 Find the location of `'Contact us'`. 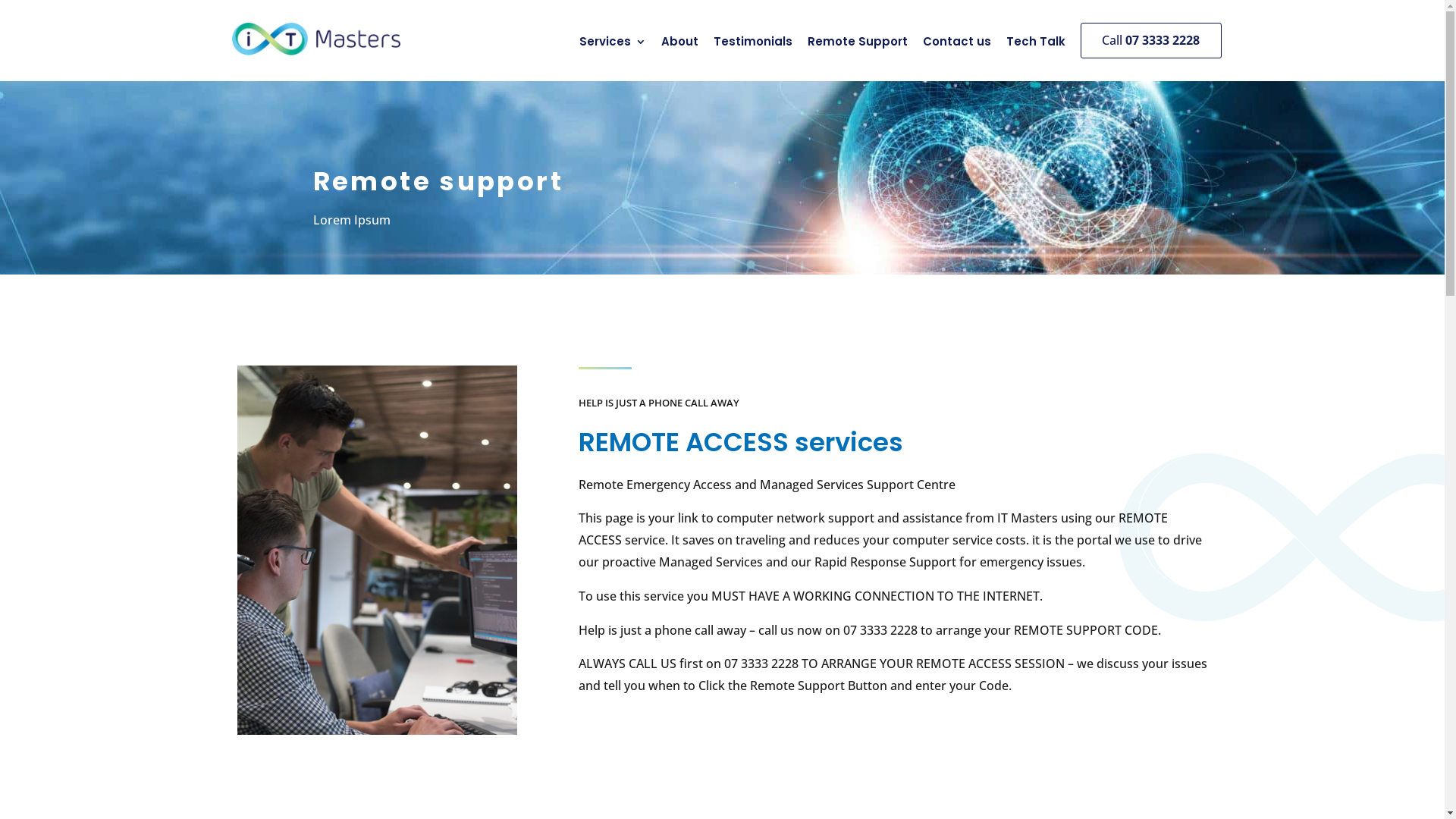

'Contact us' is located at coordinates (950, 43).